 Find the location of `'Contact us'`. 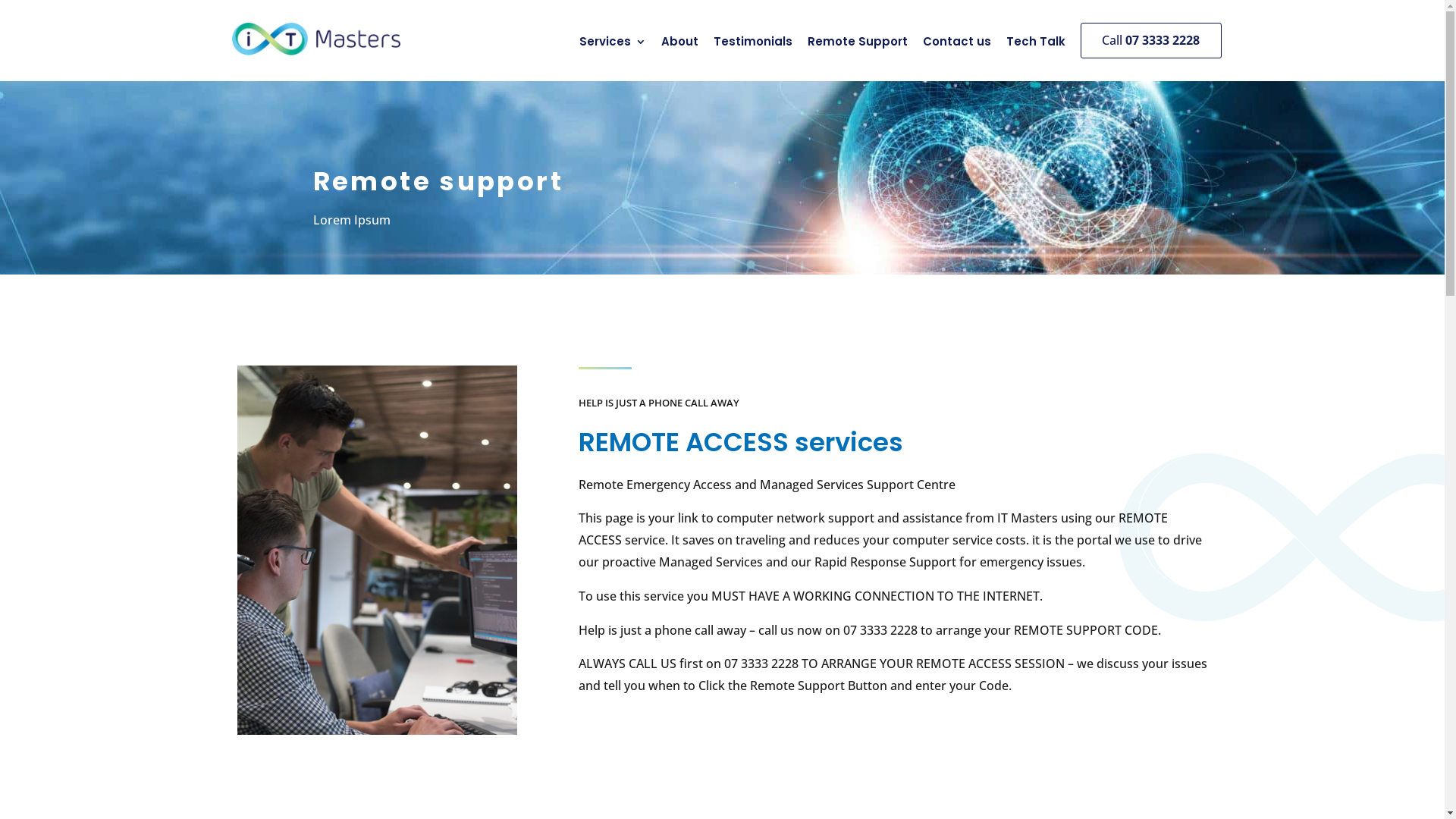

'Contact us' is located at coordinates (950, 43).